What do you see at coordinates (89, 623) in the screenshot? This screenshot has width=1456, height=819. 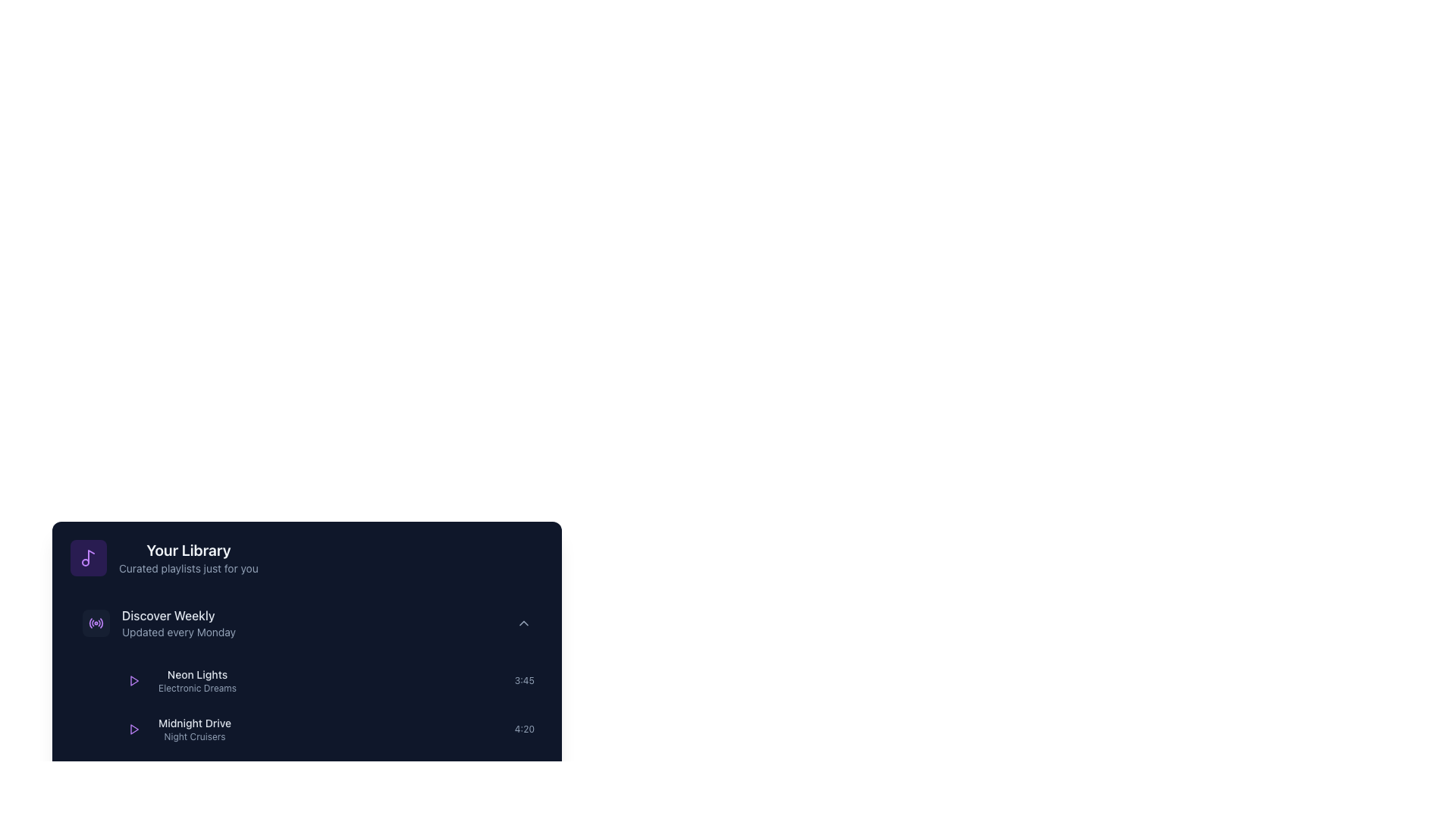 I see `the first curved line segment of the SVG icon, which is styled with a thin stroke and is part of a circular pattern located below the 'Your Library' text` at bounding box center [89, 623].